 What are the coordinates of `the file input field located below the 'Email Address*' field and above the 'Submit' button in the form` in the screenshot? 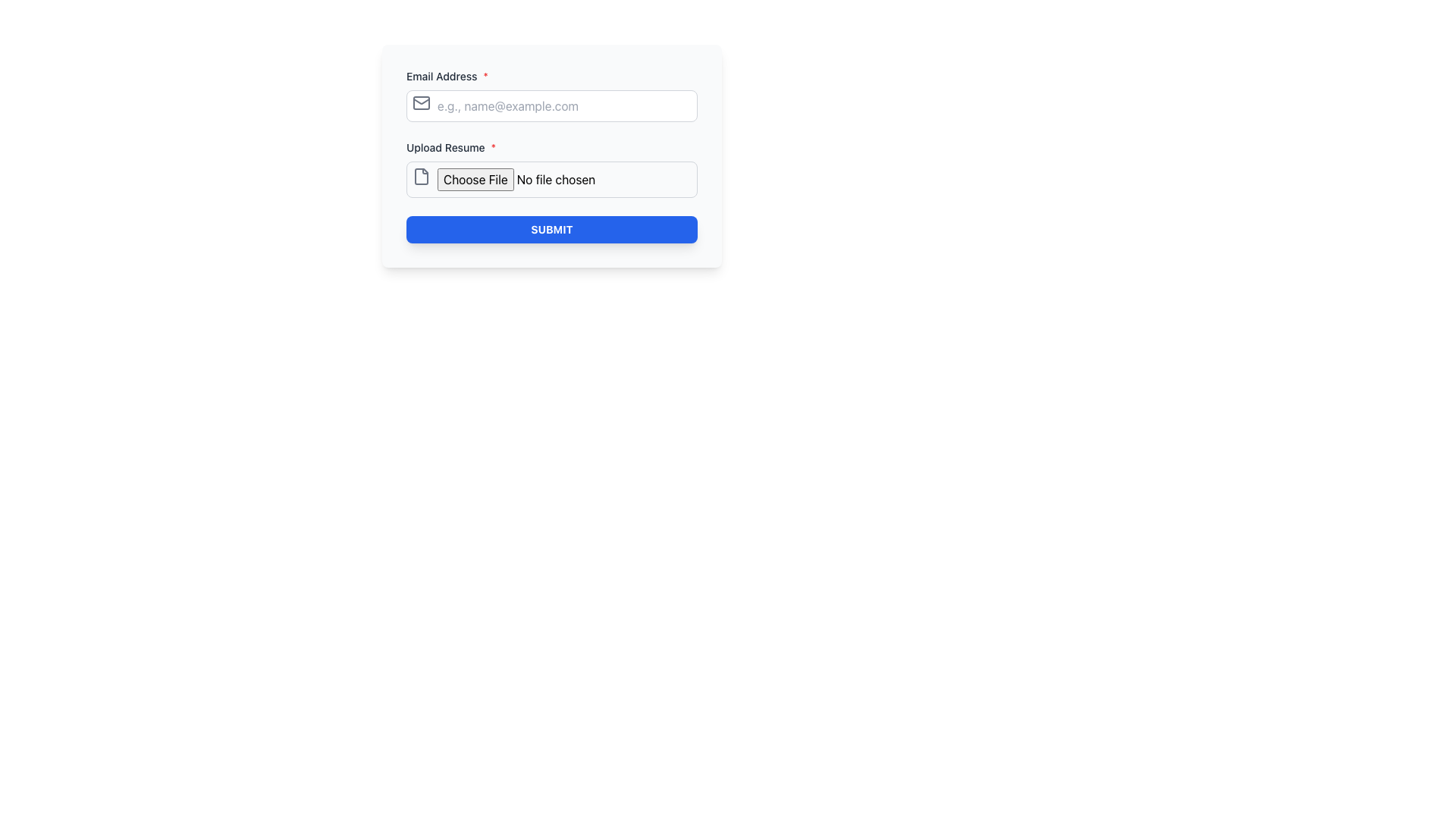 It's located at (551, 169).